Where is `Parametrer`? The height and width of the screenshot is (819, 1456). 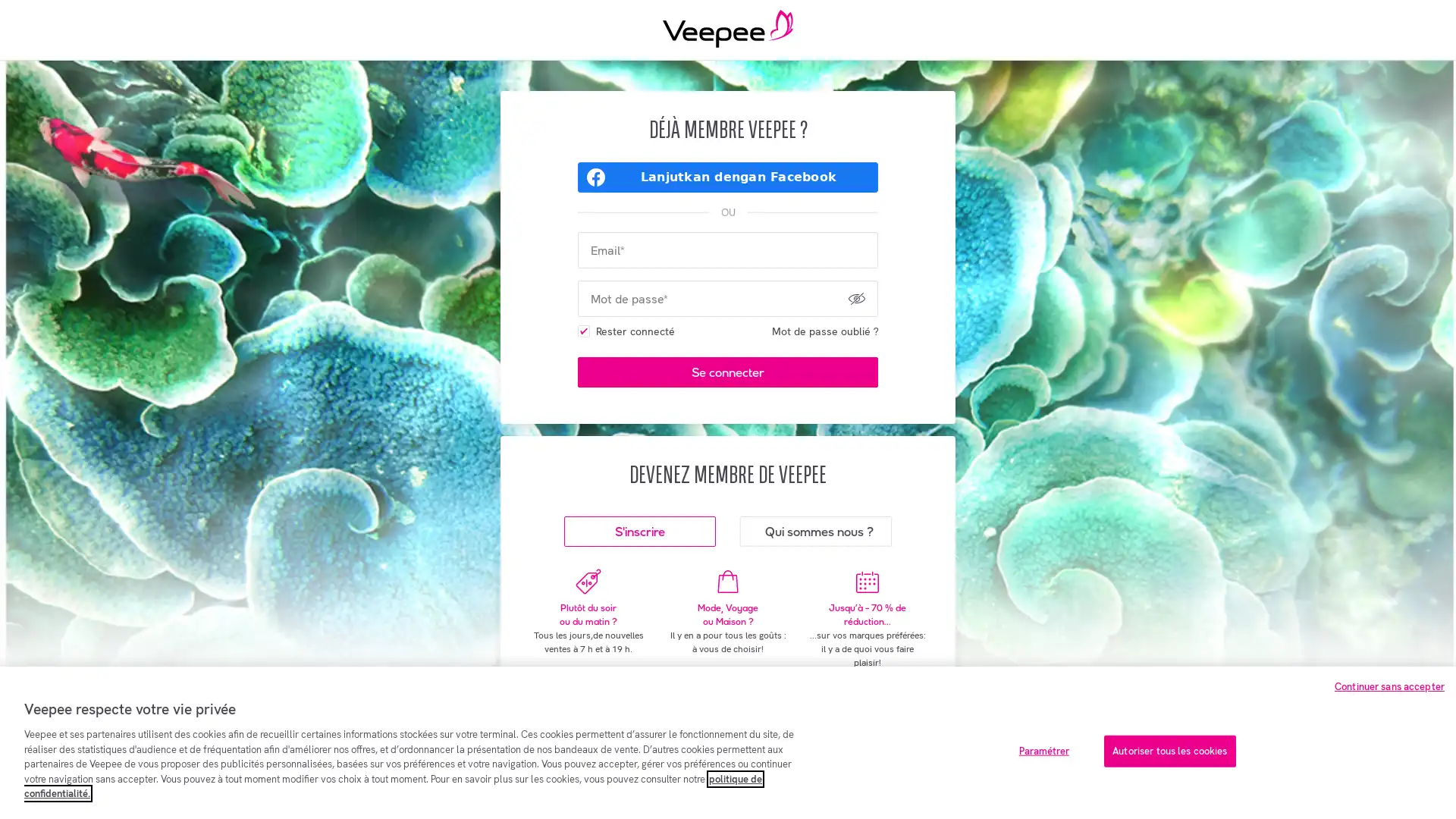 Parametrer is located at coordinates (1043, 751).